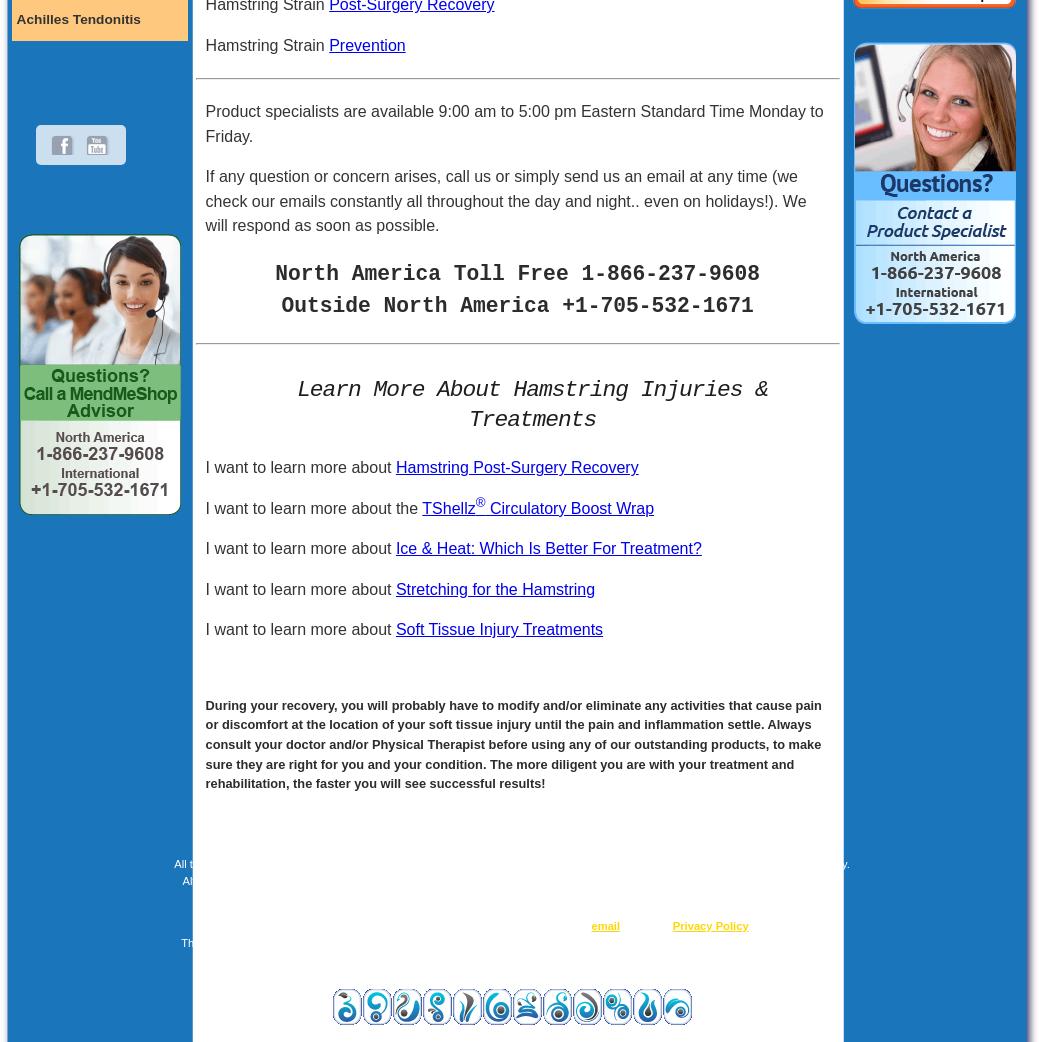 Image resolution: width=1039 pixels, height=1042 pixels. Describe the element at coordinates (430, 925) in the screenshot. I see `'For more information, call us via: 1-866-237-9608 or send us an'` at that location.